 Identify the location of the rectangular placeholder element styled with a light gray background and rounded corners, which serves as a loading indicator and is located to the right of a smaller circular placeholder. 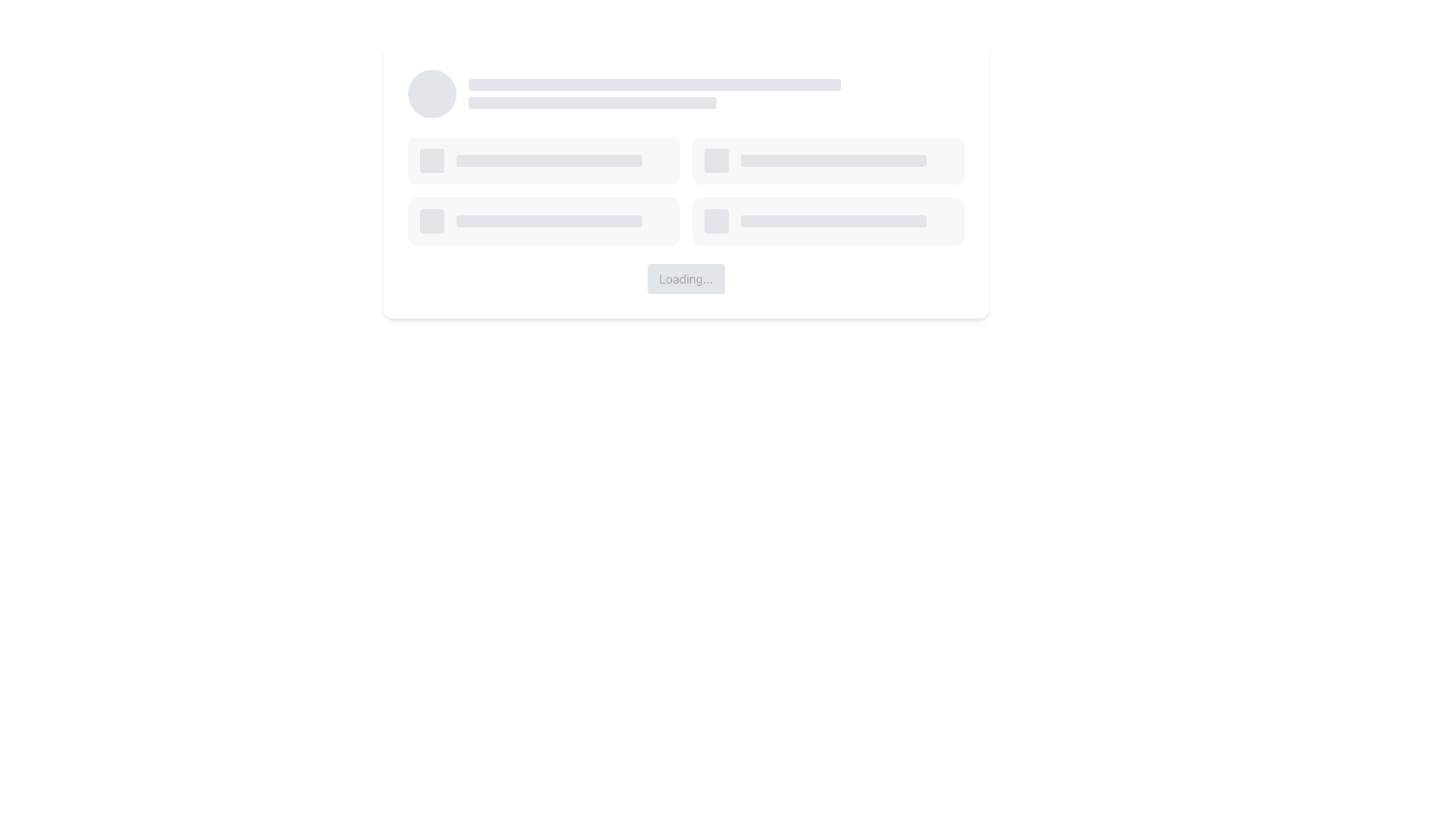
(548, 161).